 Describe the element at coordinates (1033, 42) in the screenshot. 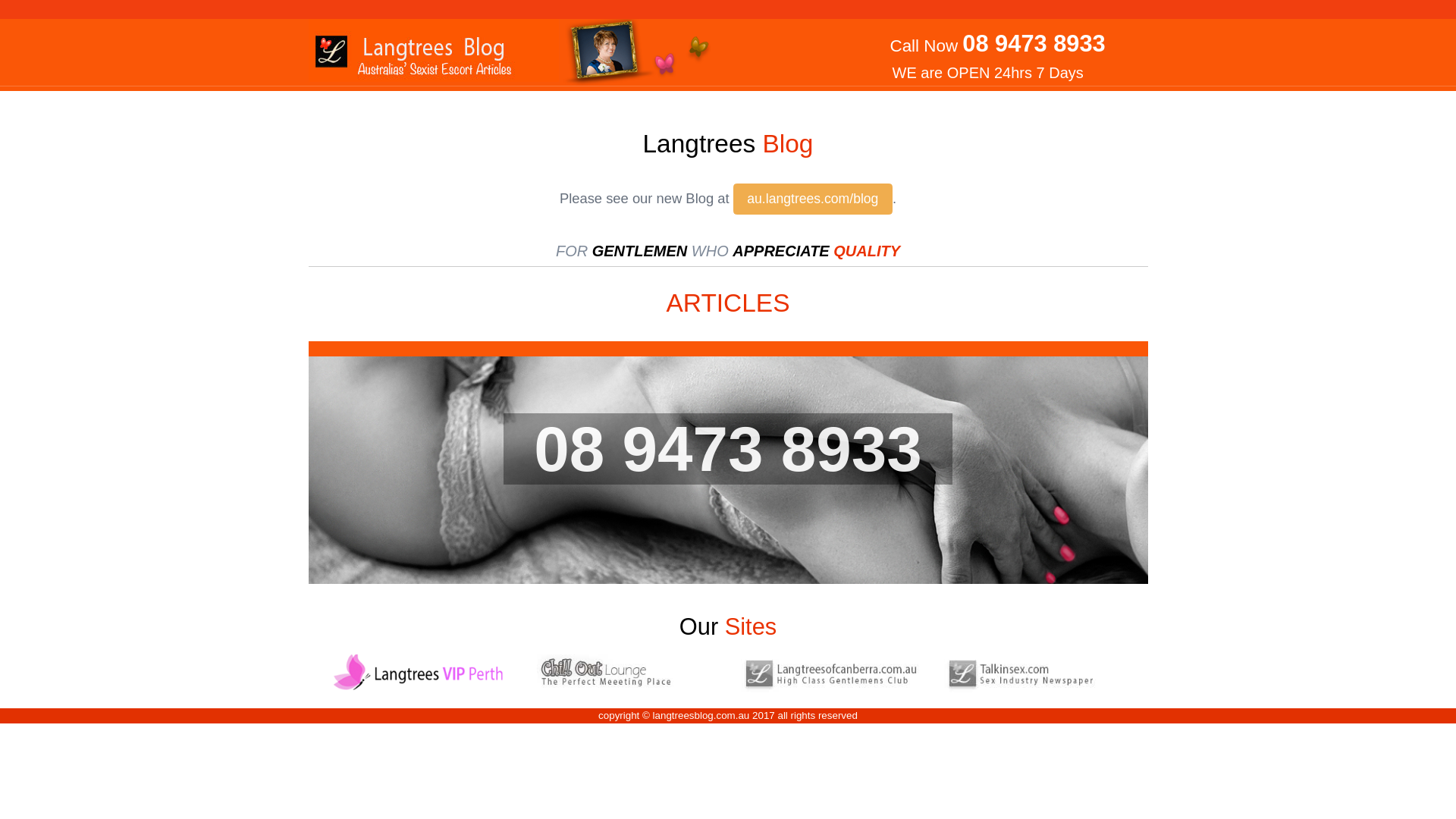

I see `'08 9473 8933'` at that location.